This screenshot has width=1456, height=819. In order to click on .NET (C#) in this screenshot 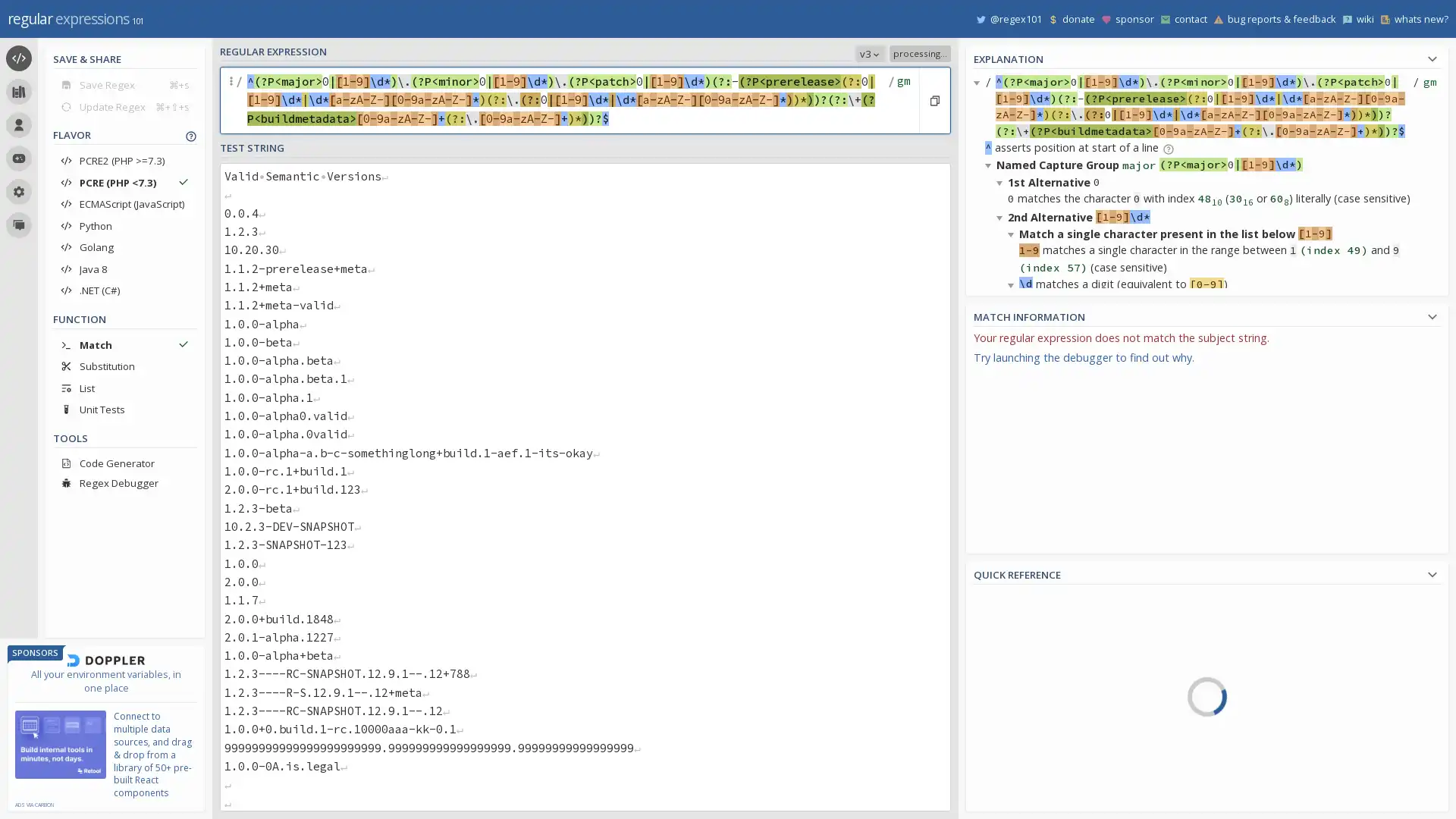, I will do `click(124, 290)`.